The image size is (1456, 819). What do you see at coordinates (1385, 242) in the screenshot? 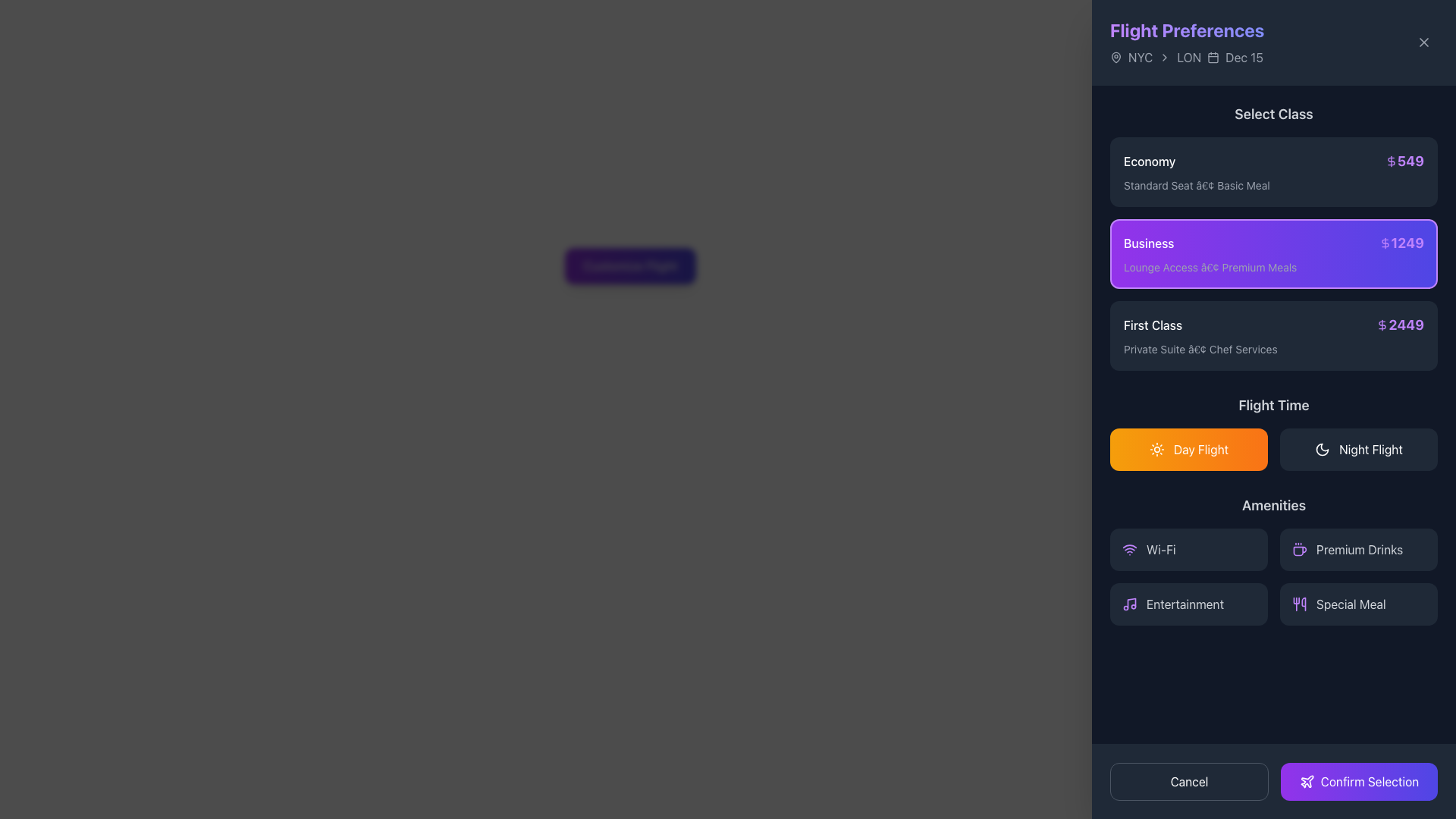
I see `the currency icon located inside the 'Business' option in the 'Select Class' section, positioned to the left of the price text '1249'` at bounding box center [1385, 242].